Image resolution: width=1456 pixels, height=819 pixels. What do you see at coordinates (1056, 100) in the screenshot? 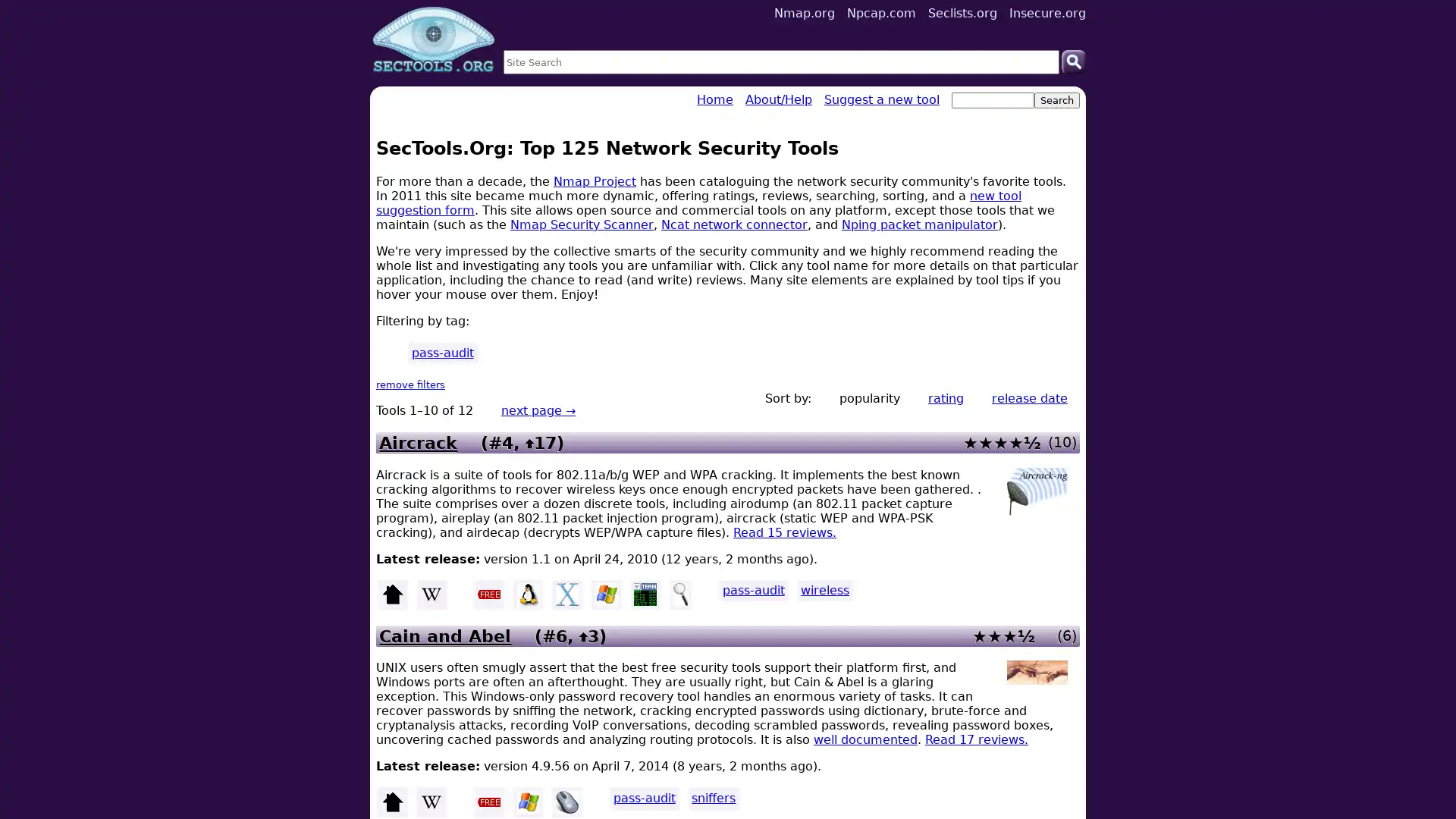
I see `Search` at bounding box center [1056, 100].